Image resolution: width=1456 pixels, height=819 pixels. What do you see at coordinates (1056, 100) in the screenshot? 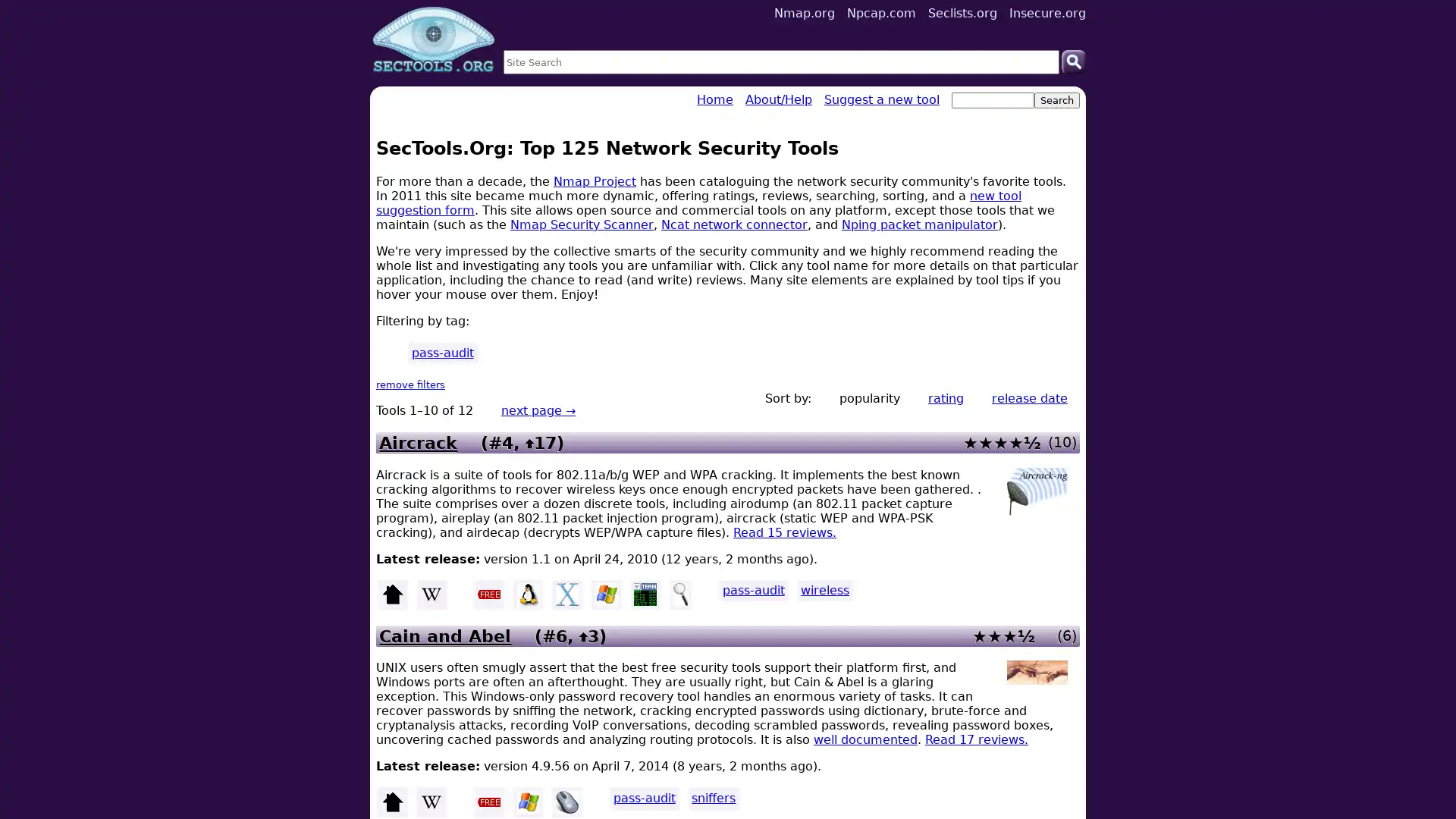
I see `Search` at bounding box center [1056, 100].